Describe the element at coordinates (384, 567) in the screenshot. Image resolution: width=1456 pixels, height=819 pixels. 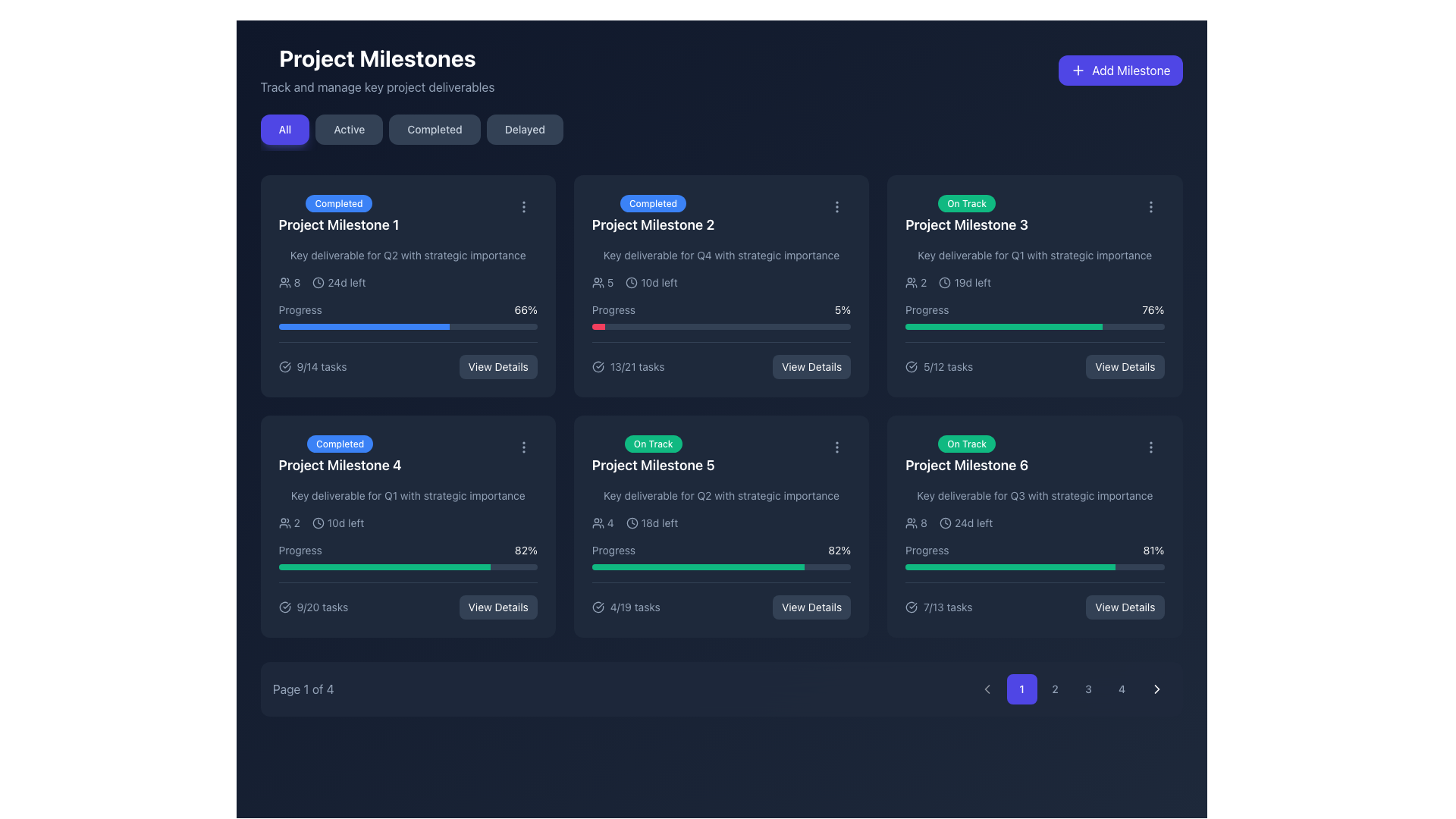
I see `the progress bar segment representing 82% completion within the 'Project Milestone 4' card under the 'Progress' section` at that location.